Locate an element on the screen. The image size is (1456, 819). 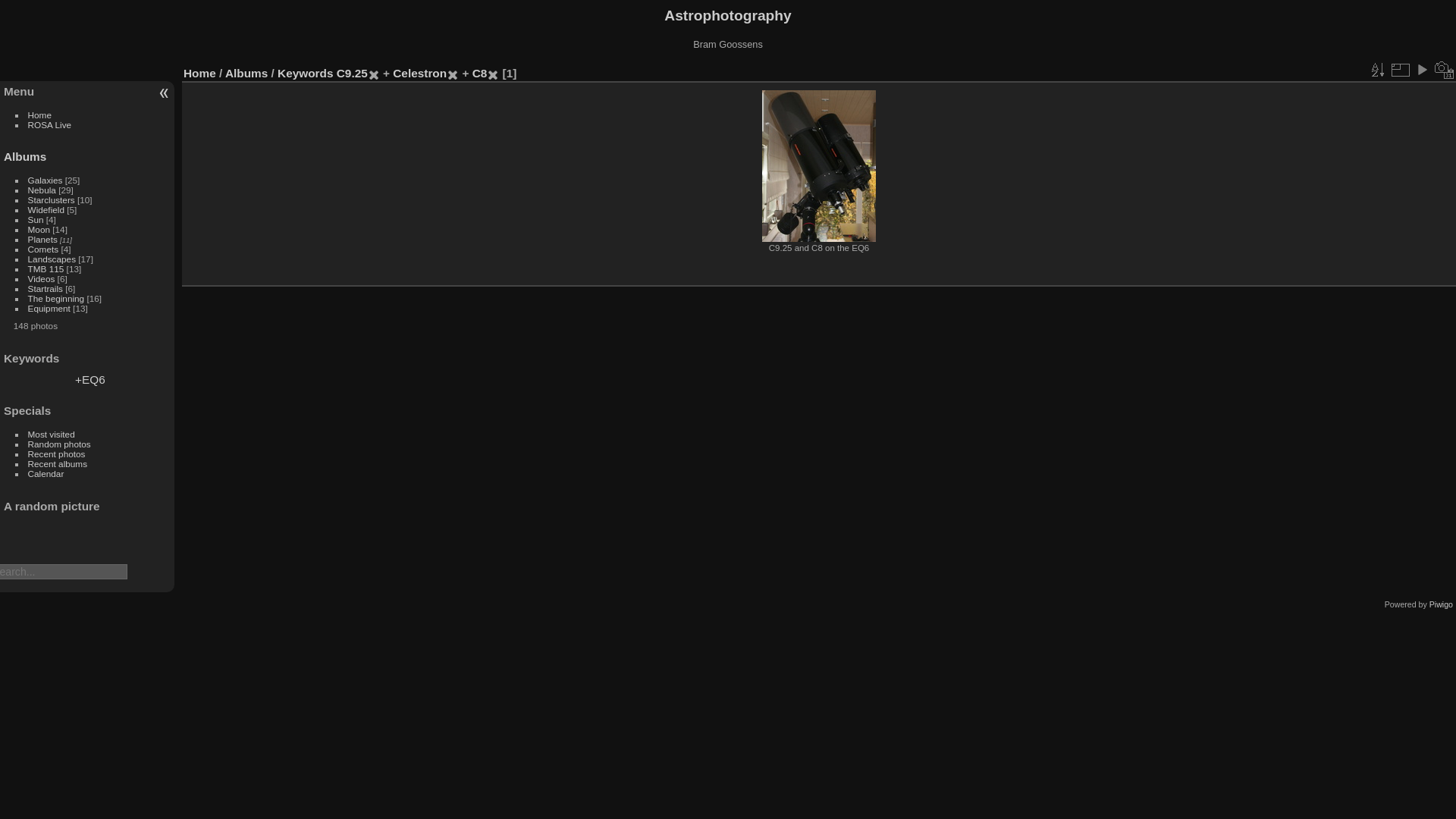
'Landscapes' is located at coordinates (52, 258).